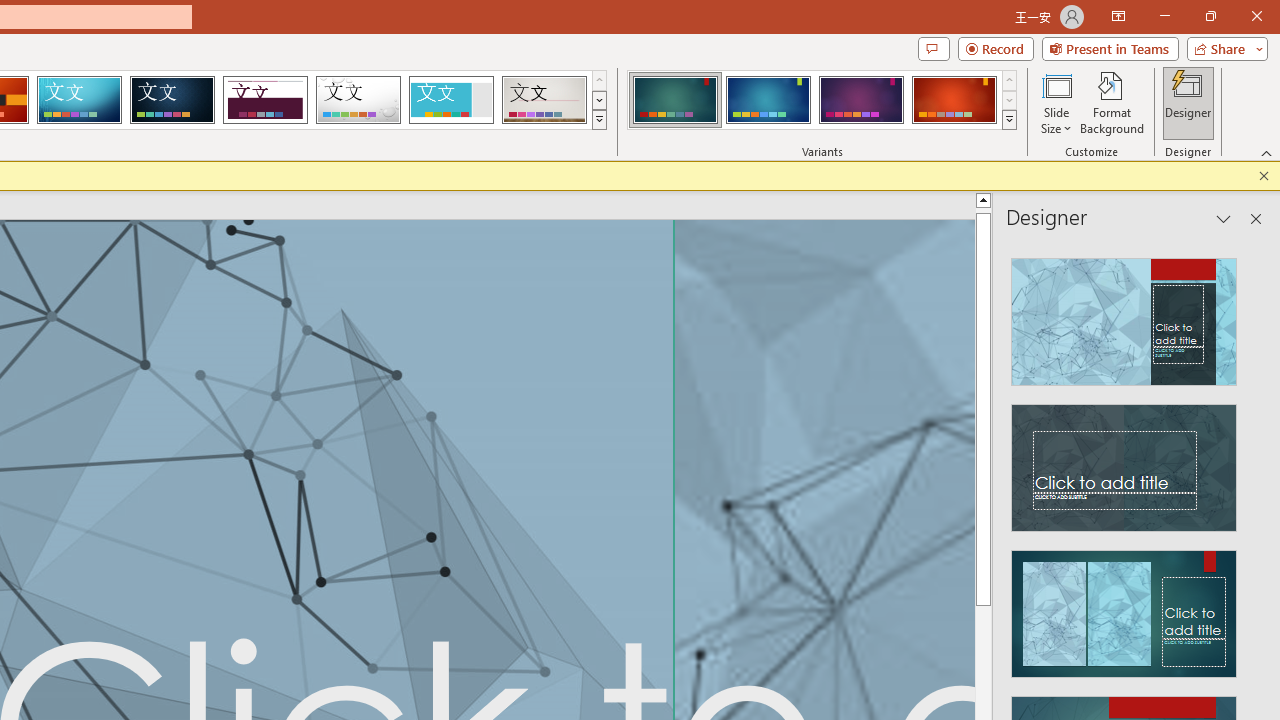 The width and height of the screenshot is (1280, 720). I want to click on 'Ion Variant 4', so click(953, 100).